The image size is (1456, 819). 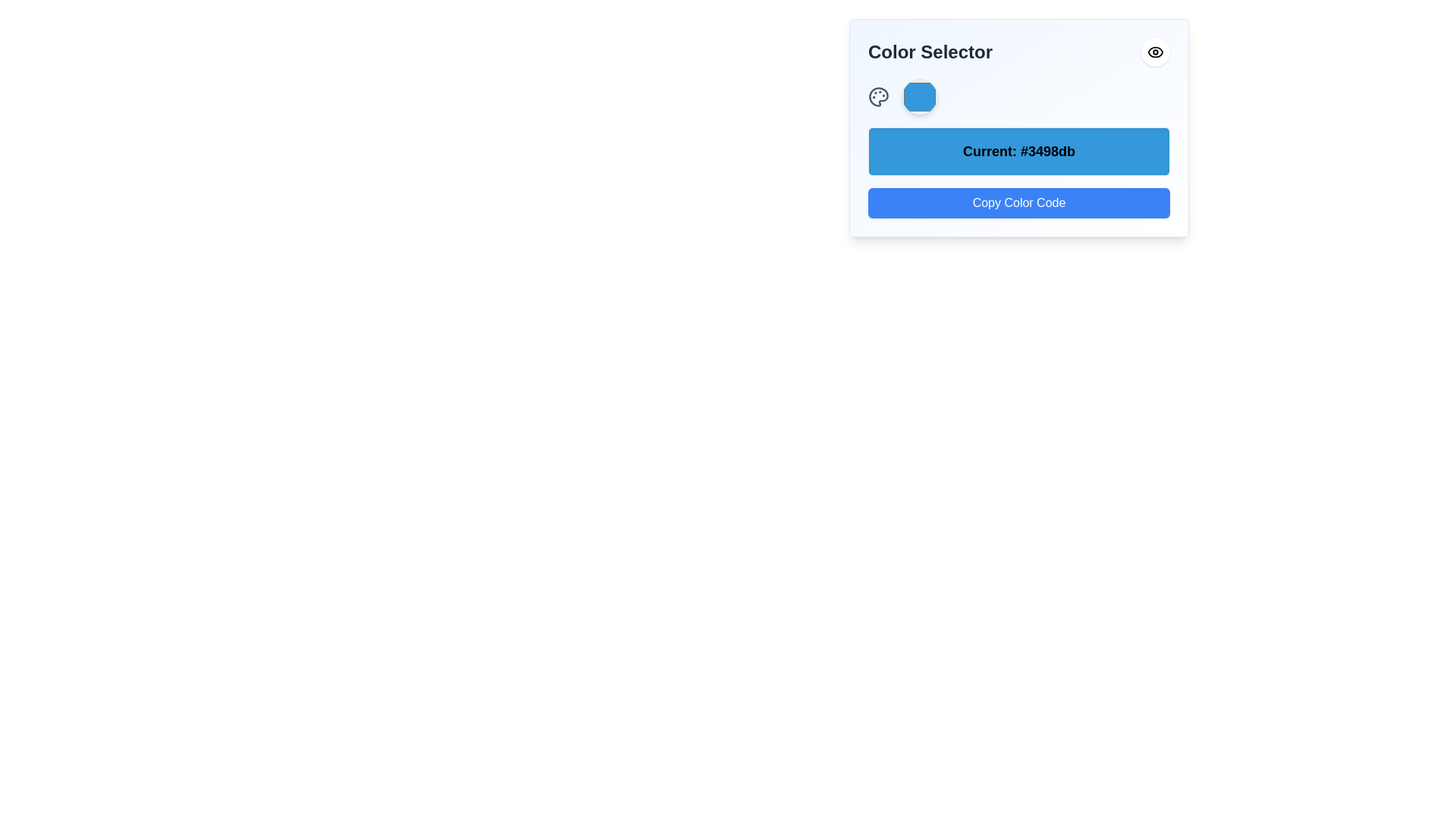 What do you see at coordinates (1019, 127) in the screenshot?
I see `the Label displaying the currently selected color code '#3498db', which is positioned in the middle of the color selector widget panel, below the color display circle and above the 'Copy Color Code' button` at bounding box center [1019, 127].